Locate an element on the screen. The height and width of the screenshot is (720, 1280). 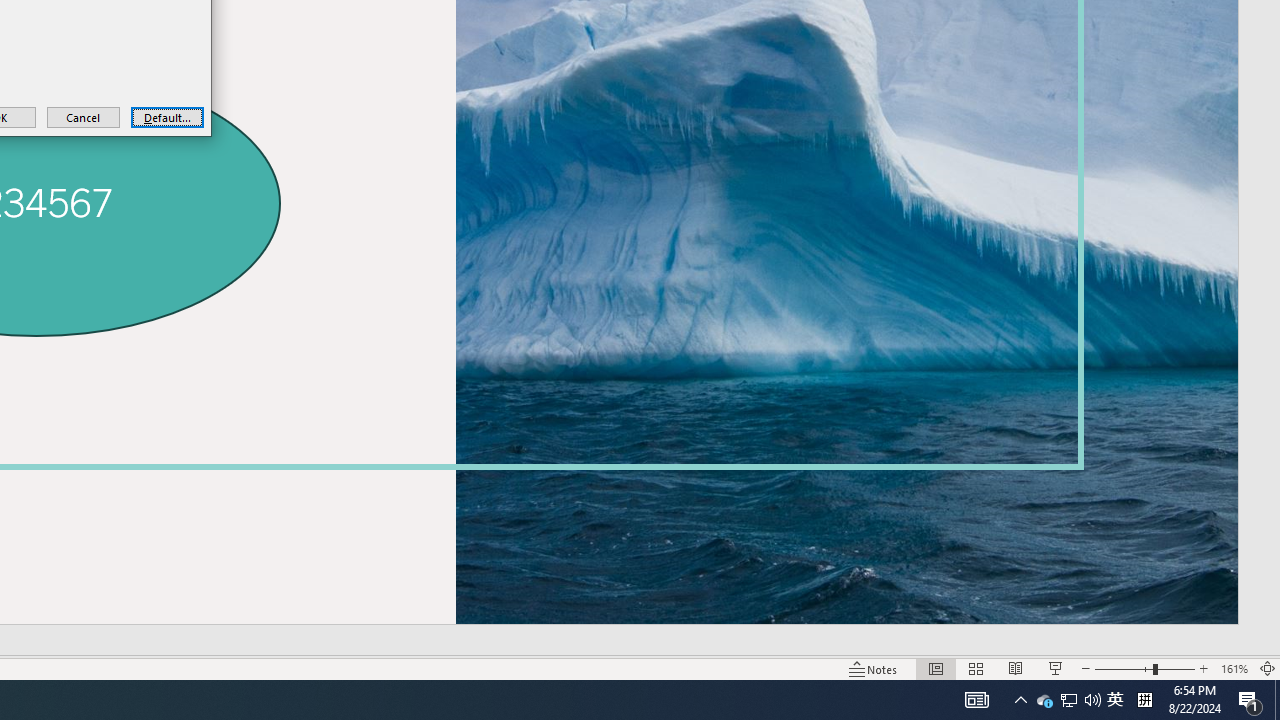
'Q2790: 100%' is located at coordinates (1092, 698).